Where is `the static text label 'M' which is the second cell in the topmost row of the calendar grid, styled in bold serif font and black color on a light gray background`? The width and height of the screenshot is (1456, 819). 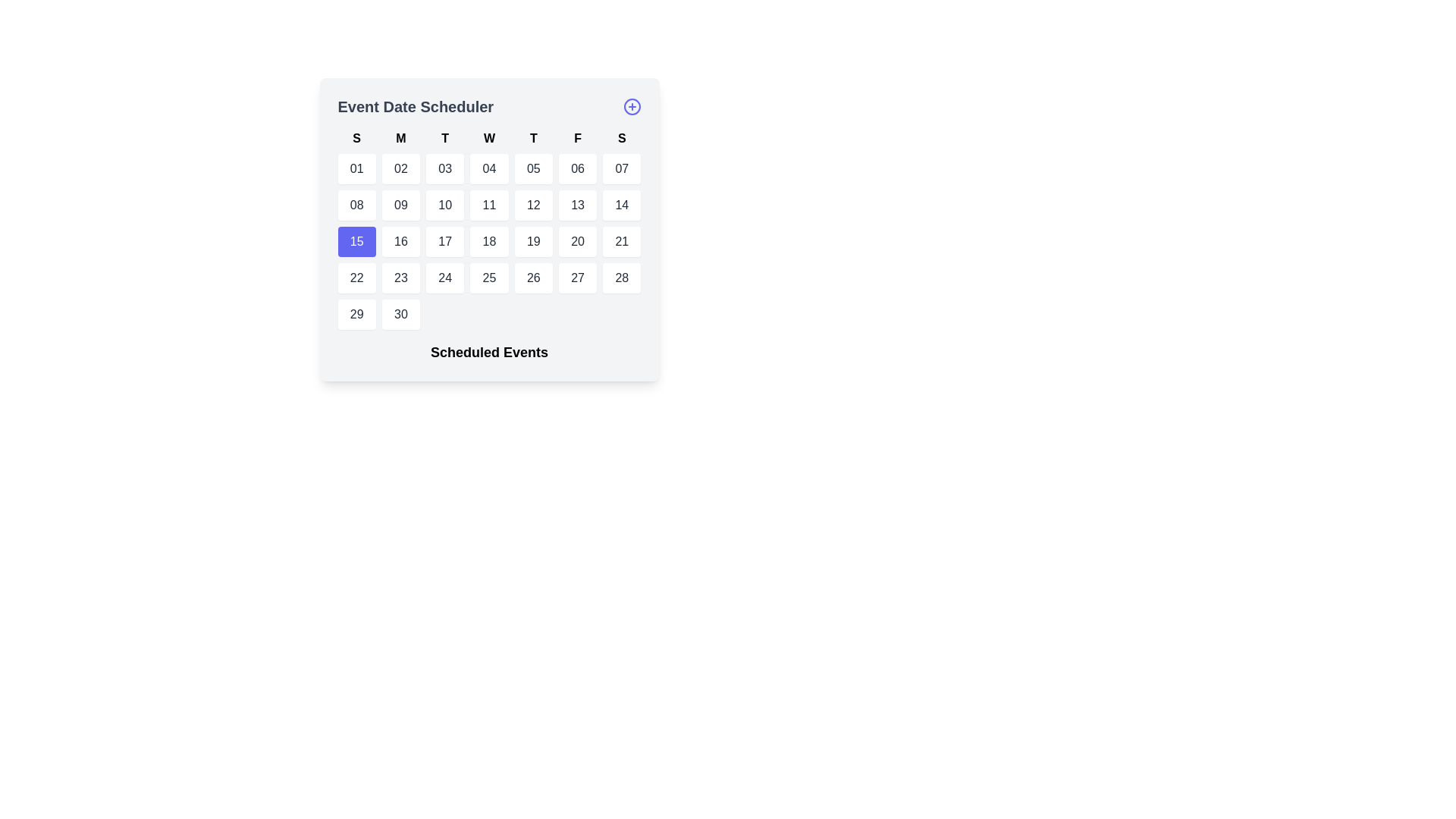
the static text label 'M' which is the second cell in the topmost row of the calendar grid, styled in bold serif font and black color on a light gray background is located at coordinates (400, 138).